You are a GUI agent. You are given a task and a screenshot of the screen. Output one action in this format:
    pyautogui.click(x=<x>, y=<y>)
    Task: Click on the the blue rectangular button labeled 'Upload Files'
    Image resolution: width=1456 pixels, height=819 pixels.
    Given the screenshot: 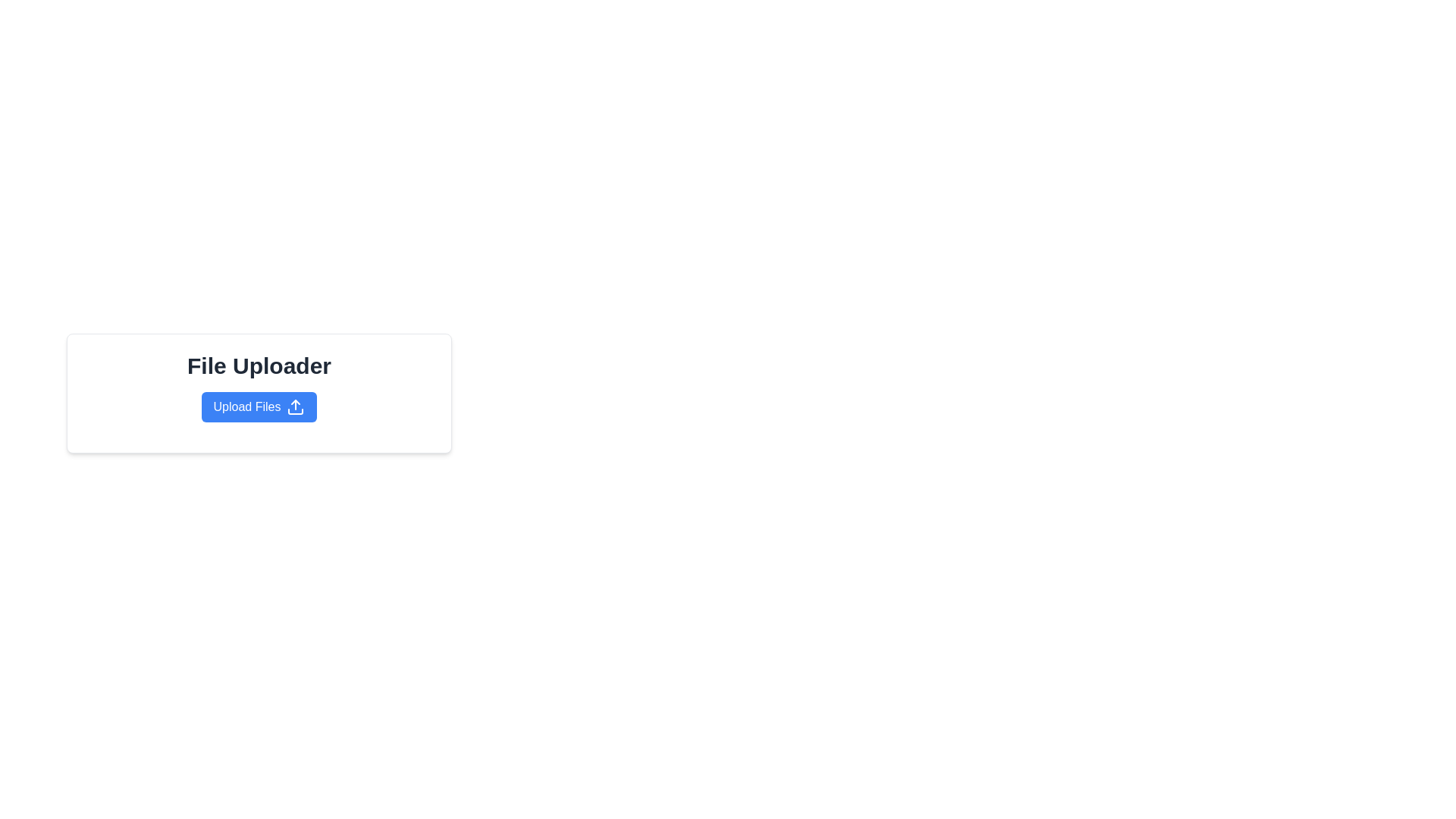 What is the action you would take?
    pyautogui.click(x=259, y=406)
    